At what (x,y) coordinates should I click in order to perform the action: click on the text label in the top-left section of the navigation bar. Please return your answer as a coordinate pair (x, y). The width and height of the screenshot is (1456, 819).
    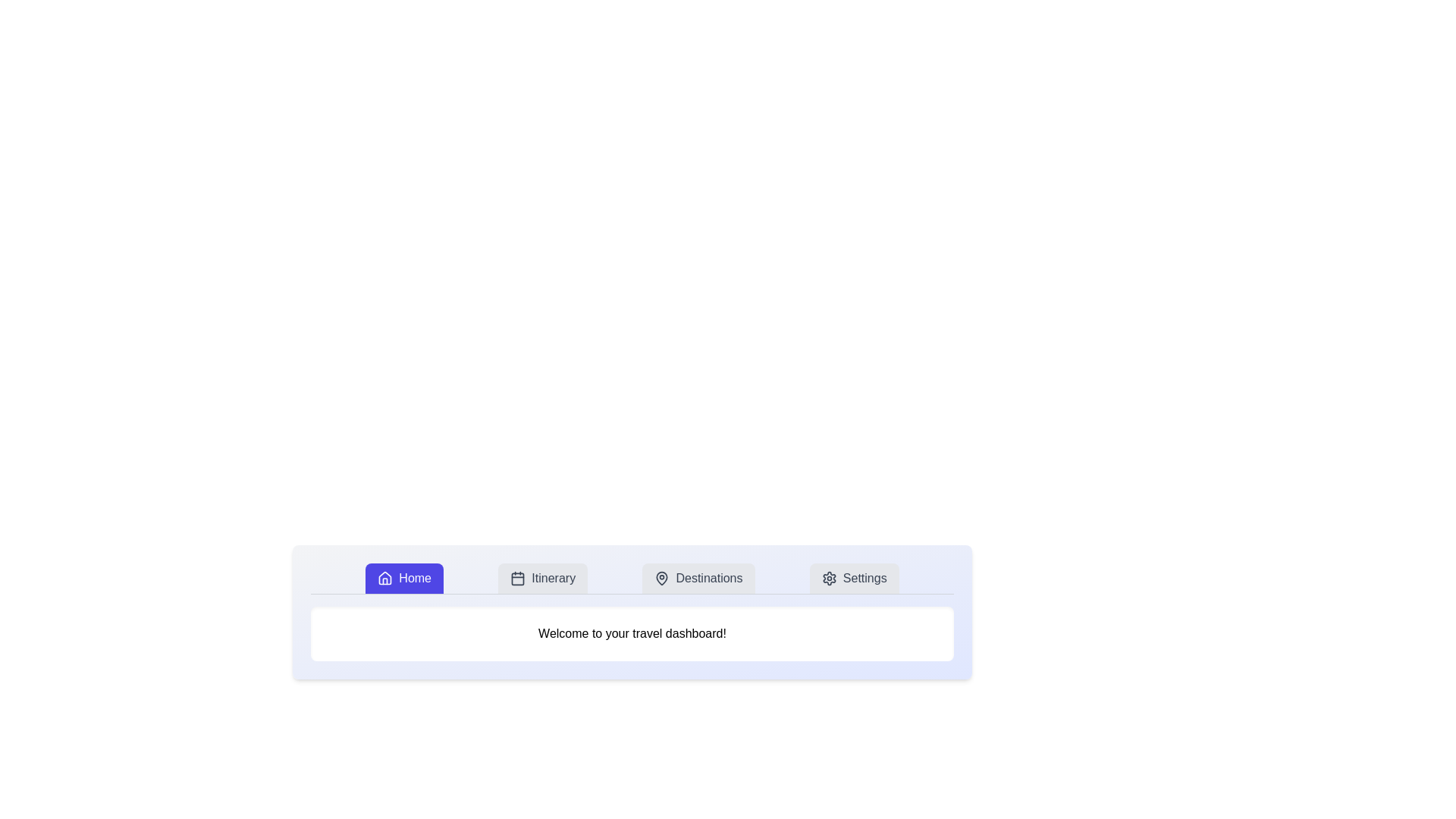
    Looking at the image, I should click on (415, 579).